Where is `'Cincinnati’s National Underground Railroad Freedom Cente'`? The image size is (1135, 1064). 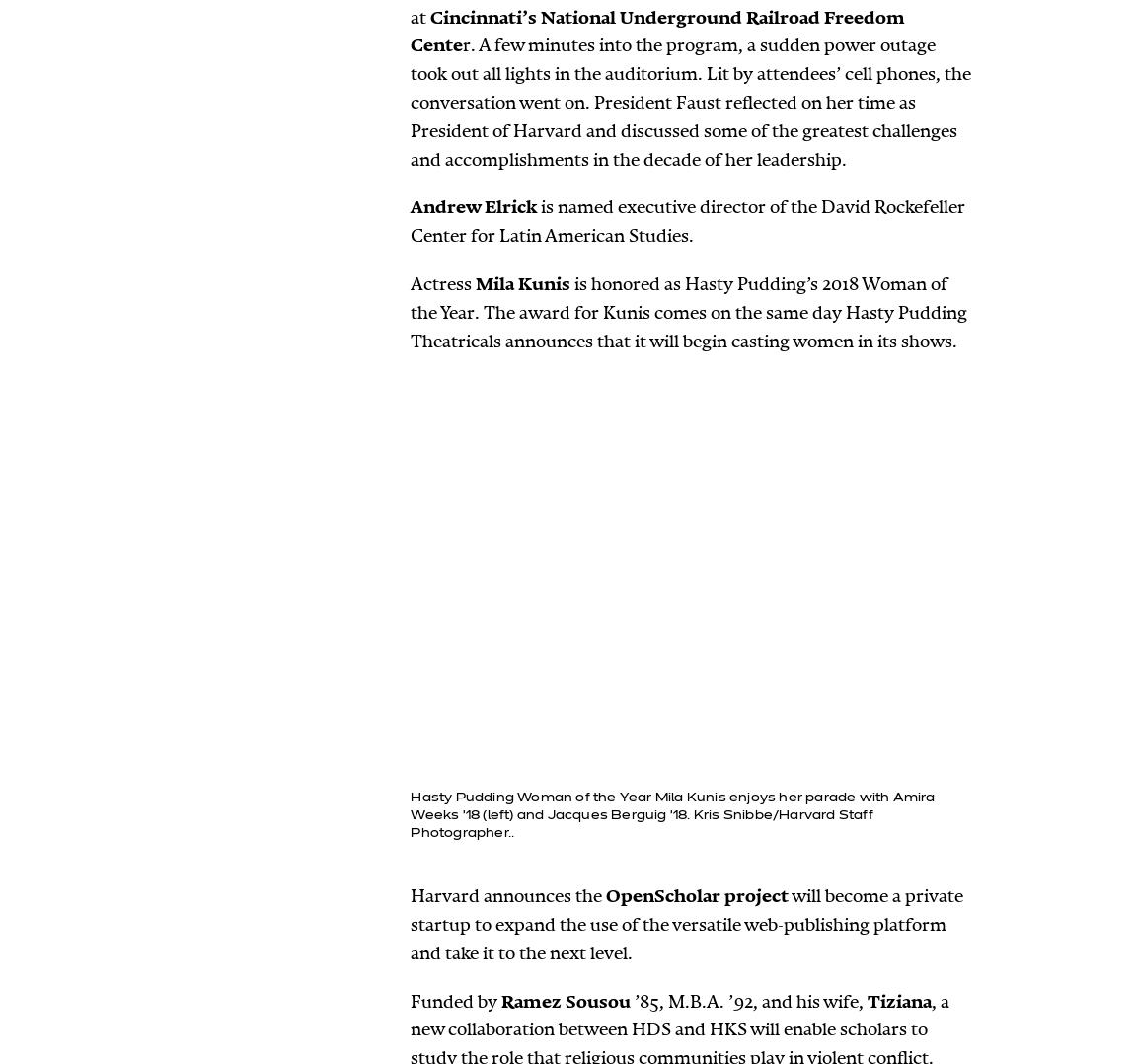 'Cincinnati’s National Underground Railroad Freedom Cente' is located at coordinates (656, 30).